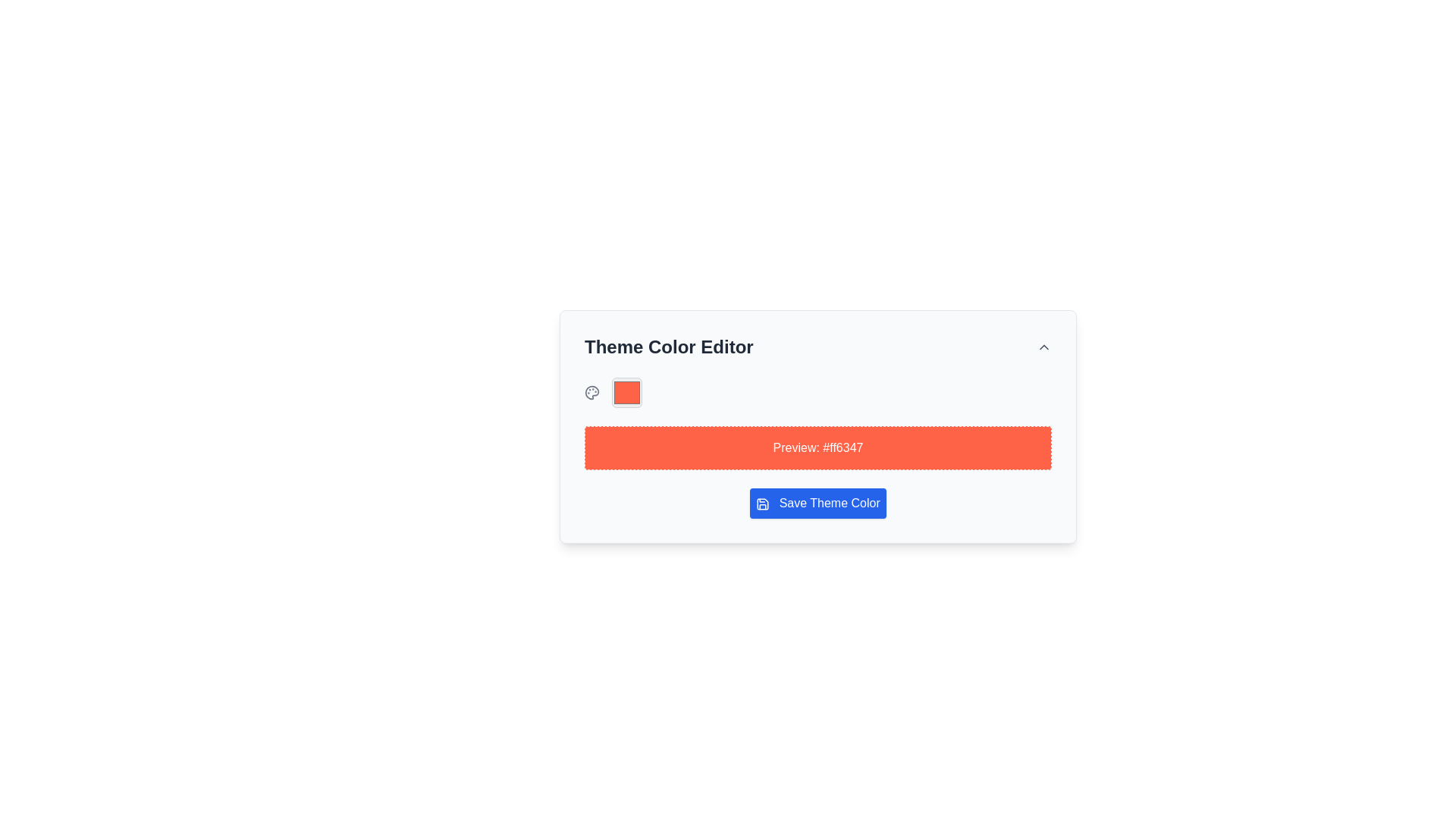 This screenshot has height=819, width=1456. I want to click on the folder-like icon with rounded top corner in the Theme Color Editor interface, located adjacent to the 'Save Theme Color' button, so click(763, 504).